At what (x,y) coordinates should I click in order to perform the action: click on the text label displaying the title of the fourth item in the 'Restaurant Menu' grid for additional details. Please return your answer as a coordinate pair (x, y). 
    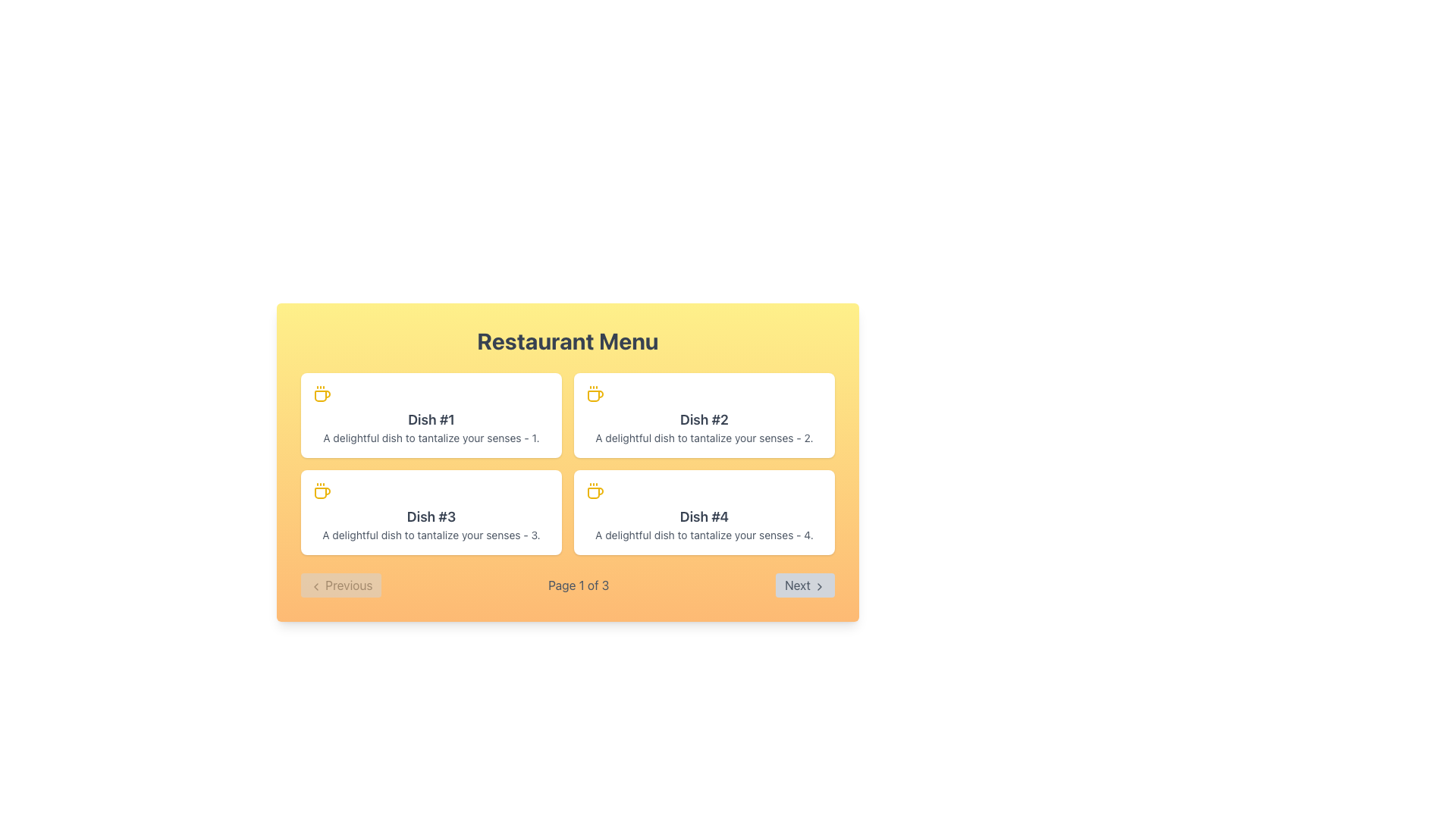
    Looking at the image, I should click on (704, 516).